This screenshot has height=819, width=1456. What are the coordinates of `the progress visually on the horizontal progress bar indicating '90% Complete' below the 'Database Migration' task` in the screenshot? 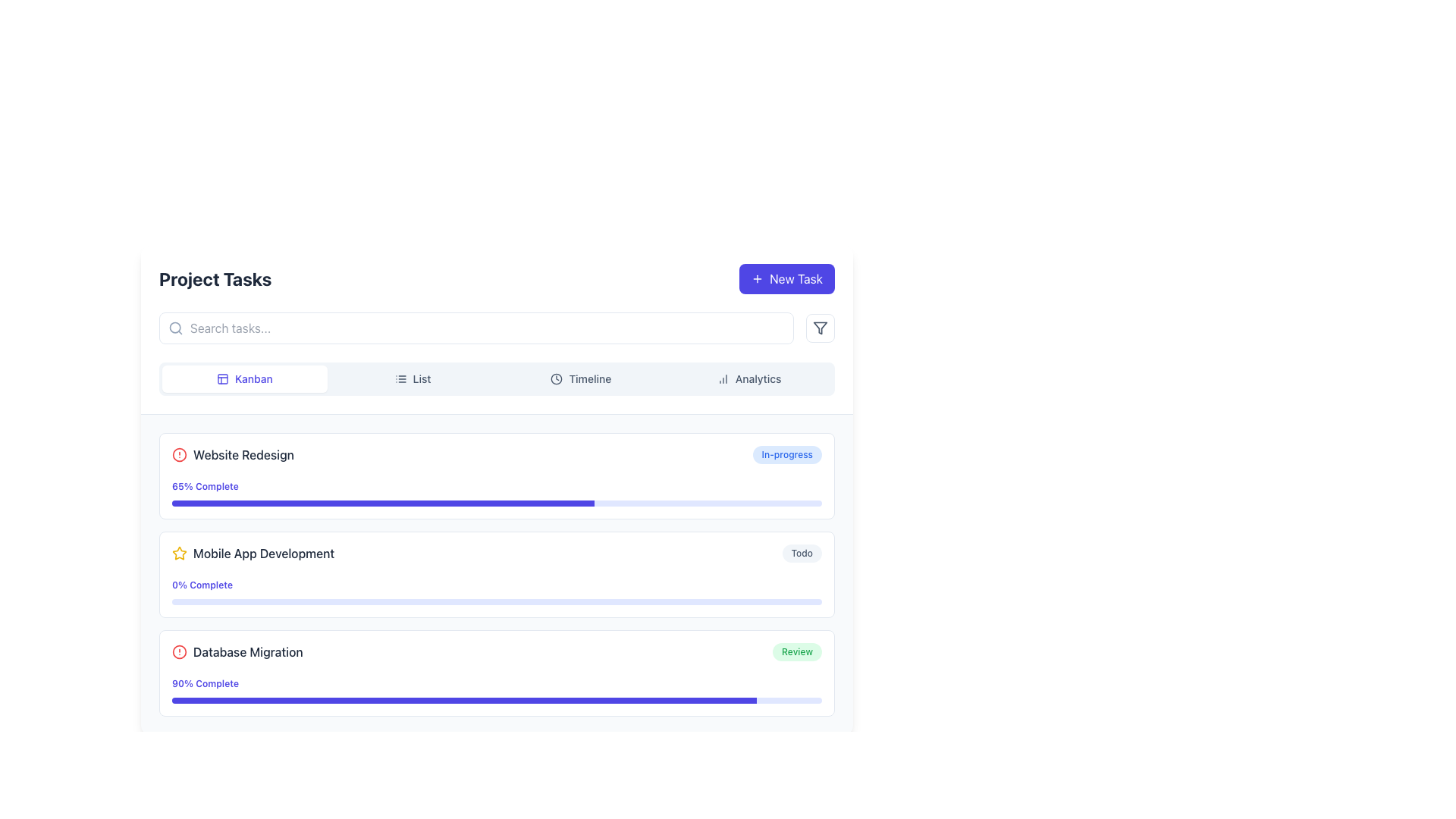 It's located at (497, 701).